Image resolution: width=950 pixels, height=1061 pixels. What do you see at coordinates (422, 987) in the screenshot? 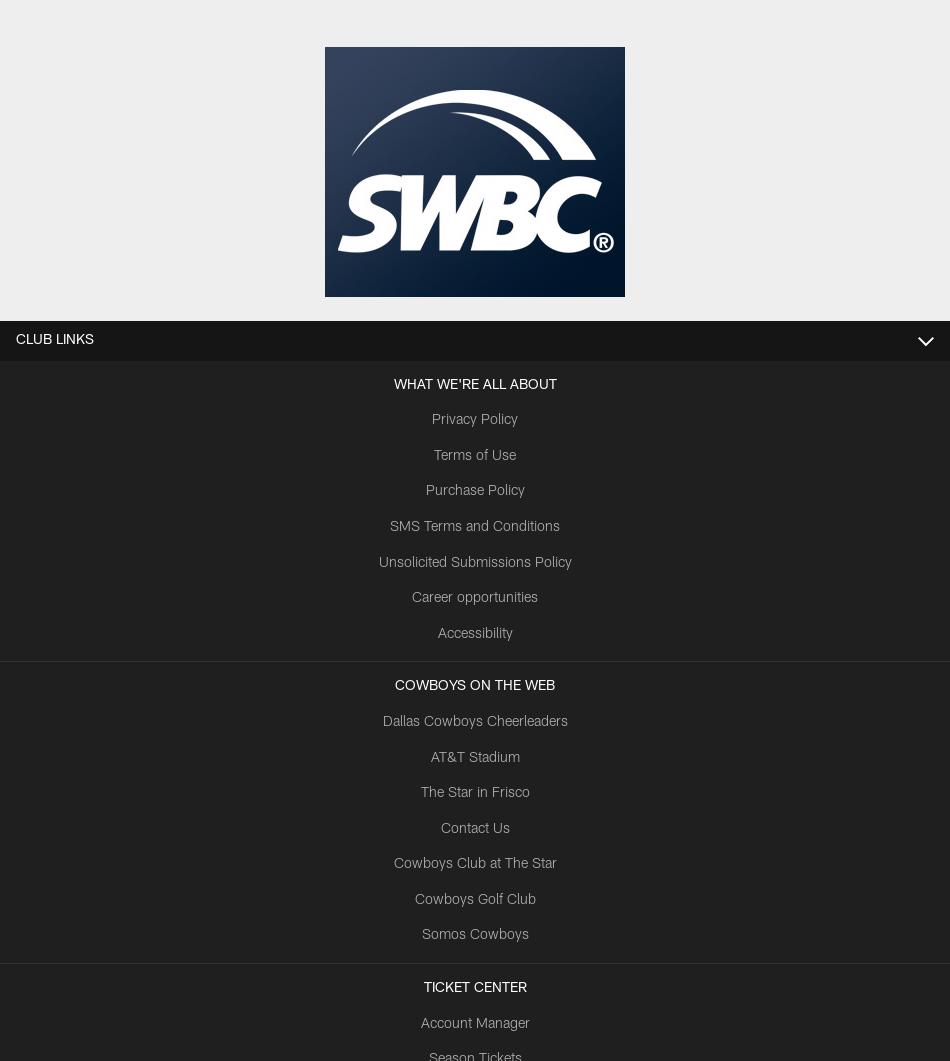
I see `'TICKET CENTER'` at bounding box center [422, 987].